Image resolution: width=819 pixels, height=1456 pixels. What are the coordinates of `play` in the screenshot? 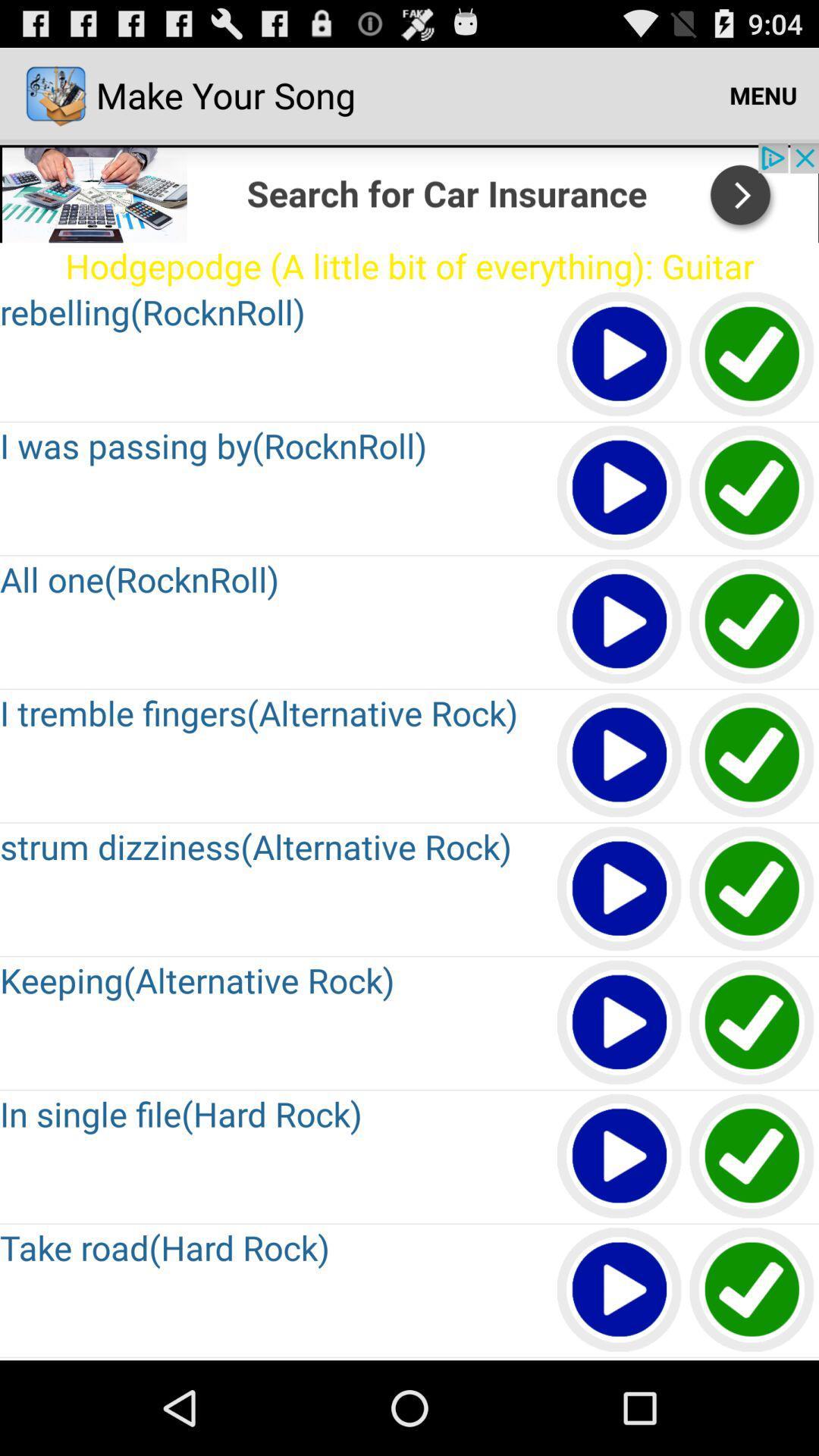 It's located at (620, 488).